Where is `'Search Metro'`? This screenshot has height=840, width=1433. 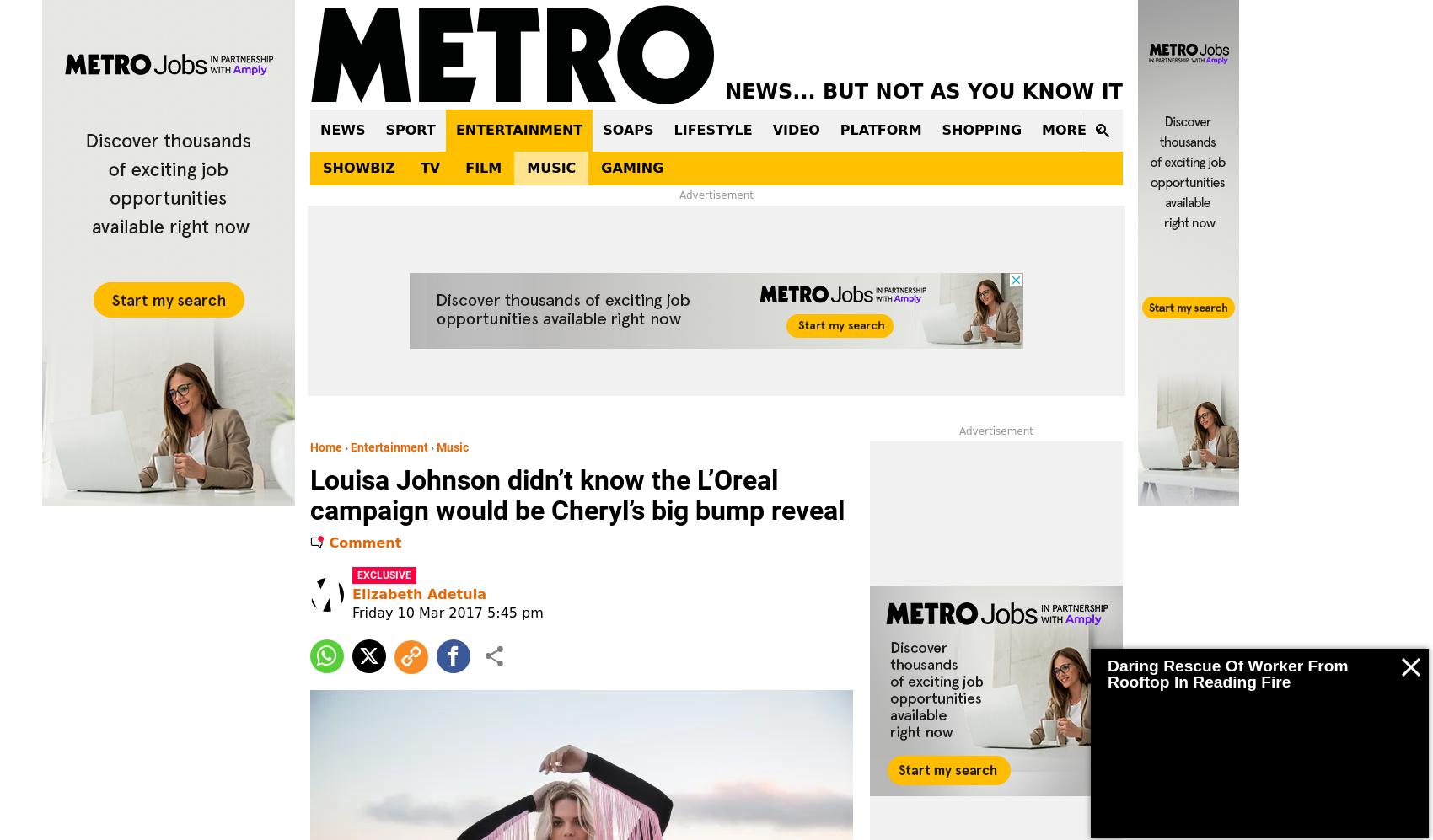 'Search Metro' is located at coordinates (1112, 192).